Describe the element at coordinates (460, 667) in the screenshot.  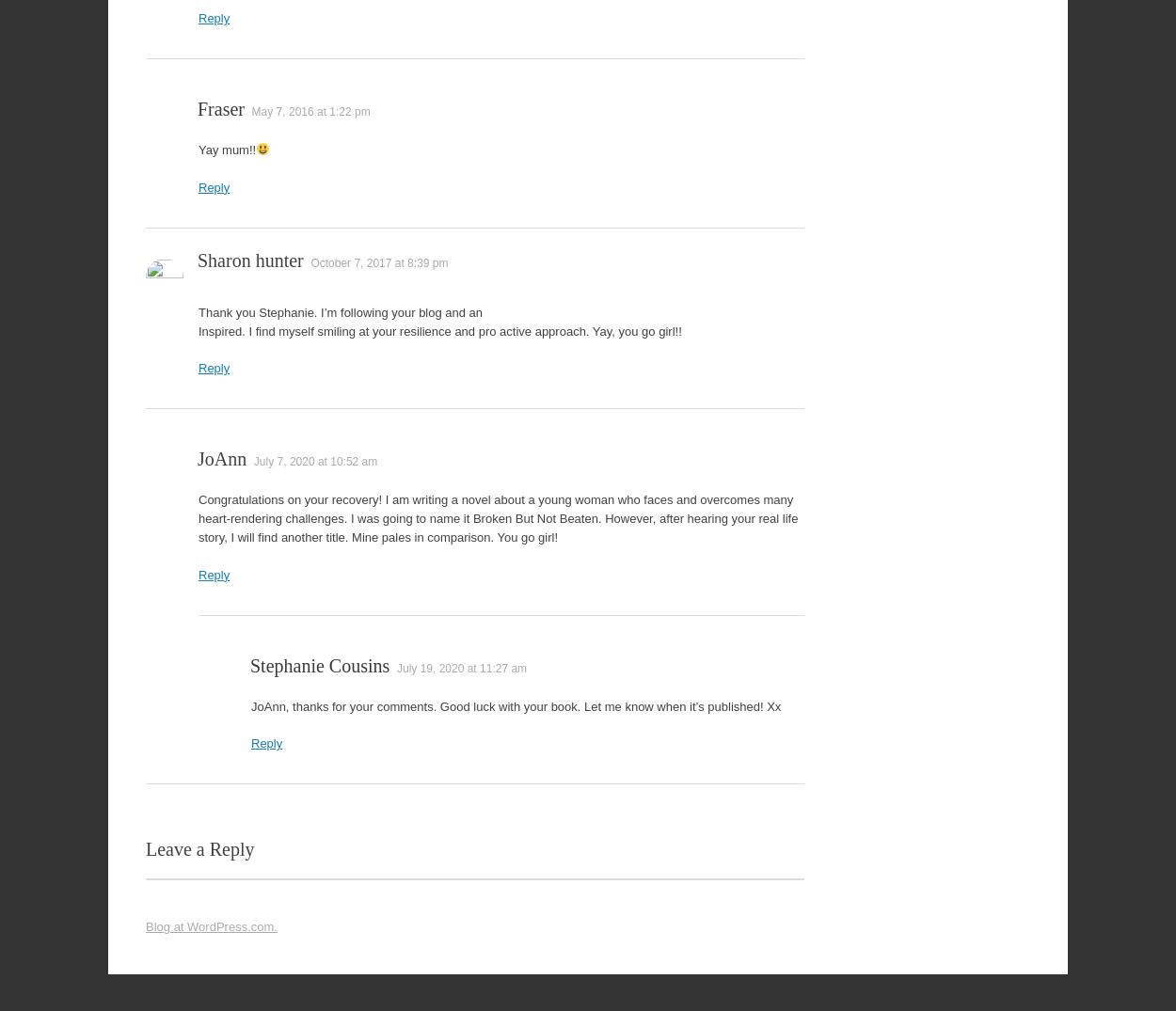
I see `'July 19, 2020 at 11:27 am'` at that location.